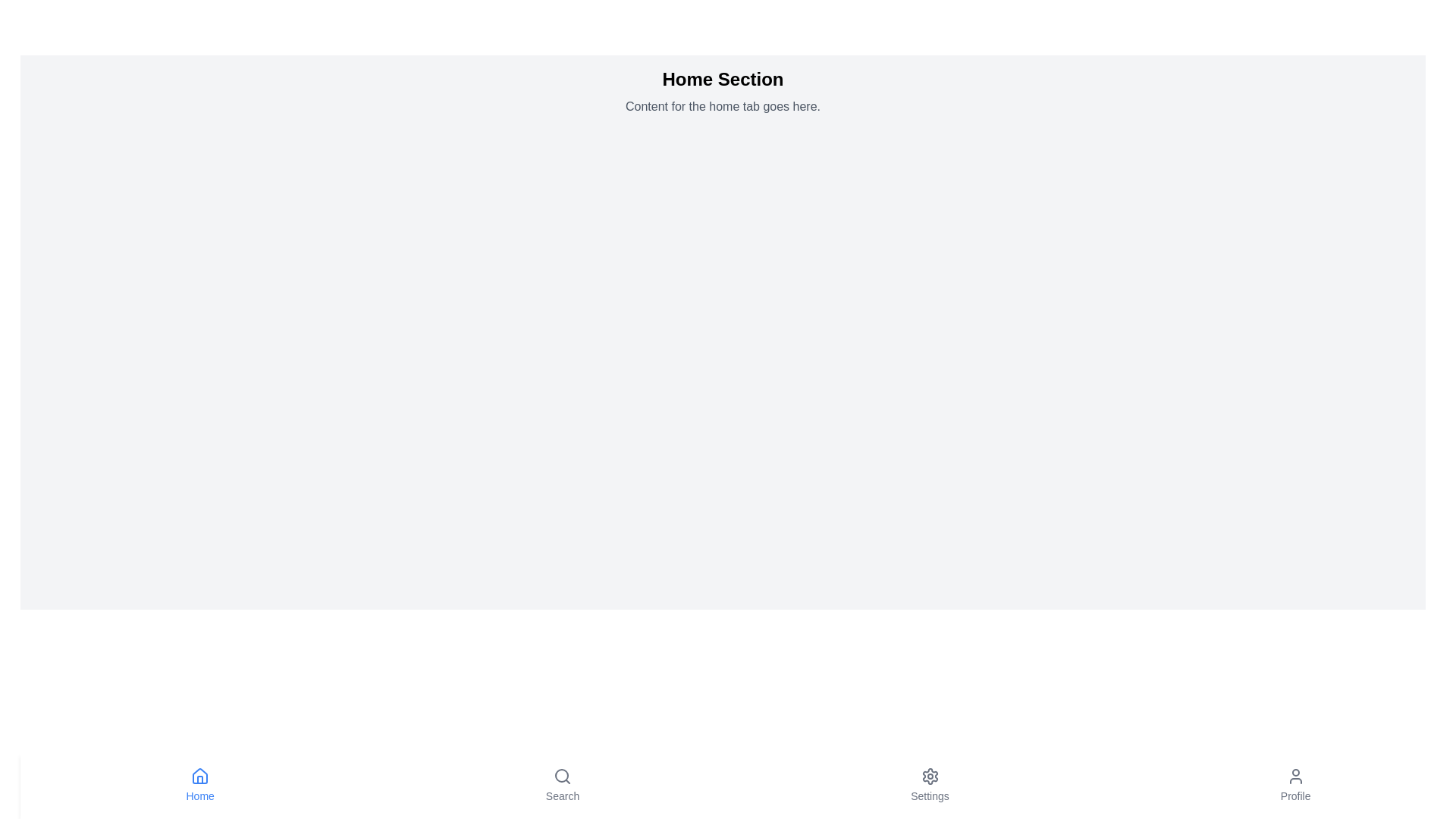 This screenshot has width=1456, height=819. What do you see at coordinates (199, 776) in the screenshot?
I see `the 'Home' navigation icon located in the bottom navigation bar, which is the first icon from the left` at bounding box center [199, 776].